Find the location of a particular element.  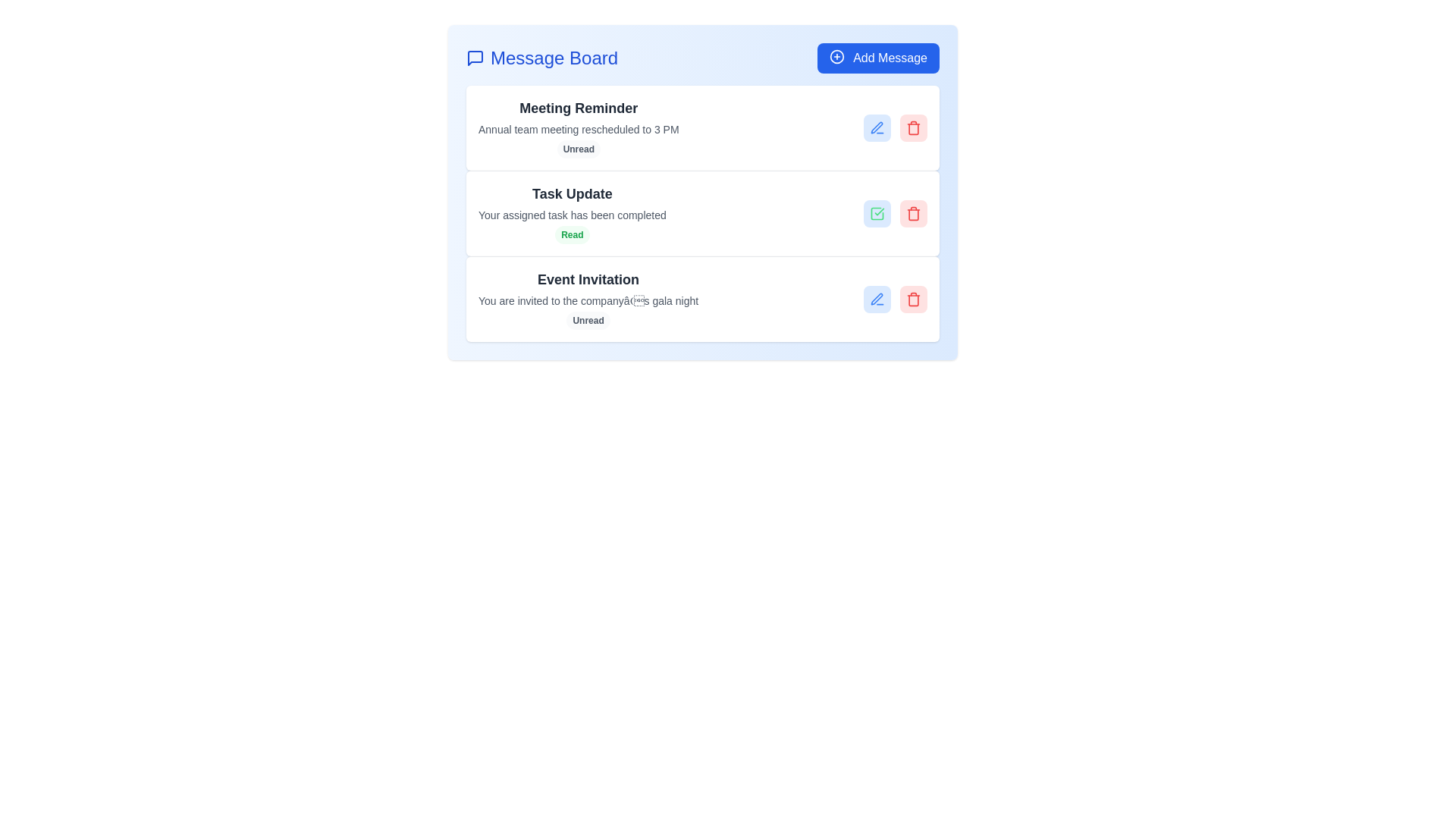

information displayed in the 'Meeting Reminder' text block with the 'Unread' badge at the top of the 'Message Board' section is located at coordinates (578, 127).